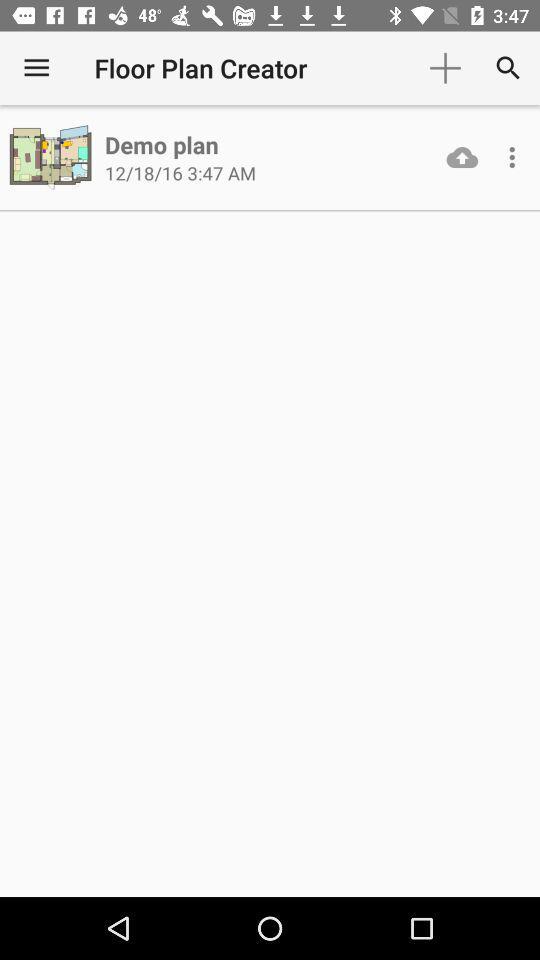 The height and width of the screenshot is (960, 540). I want to click on item to the right of the 12 18 16 item, so click(462, 156).